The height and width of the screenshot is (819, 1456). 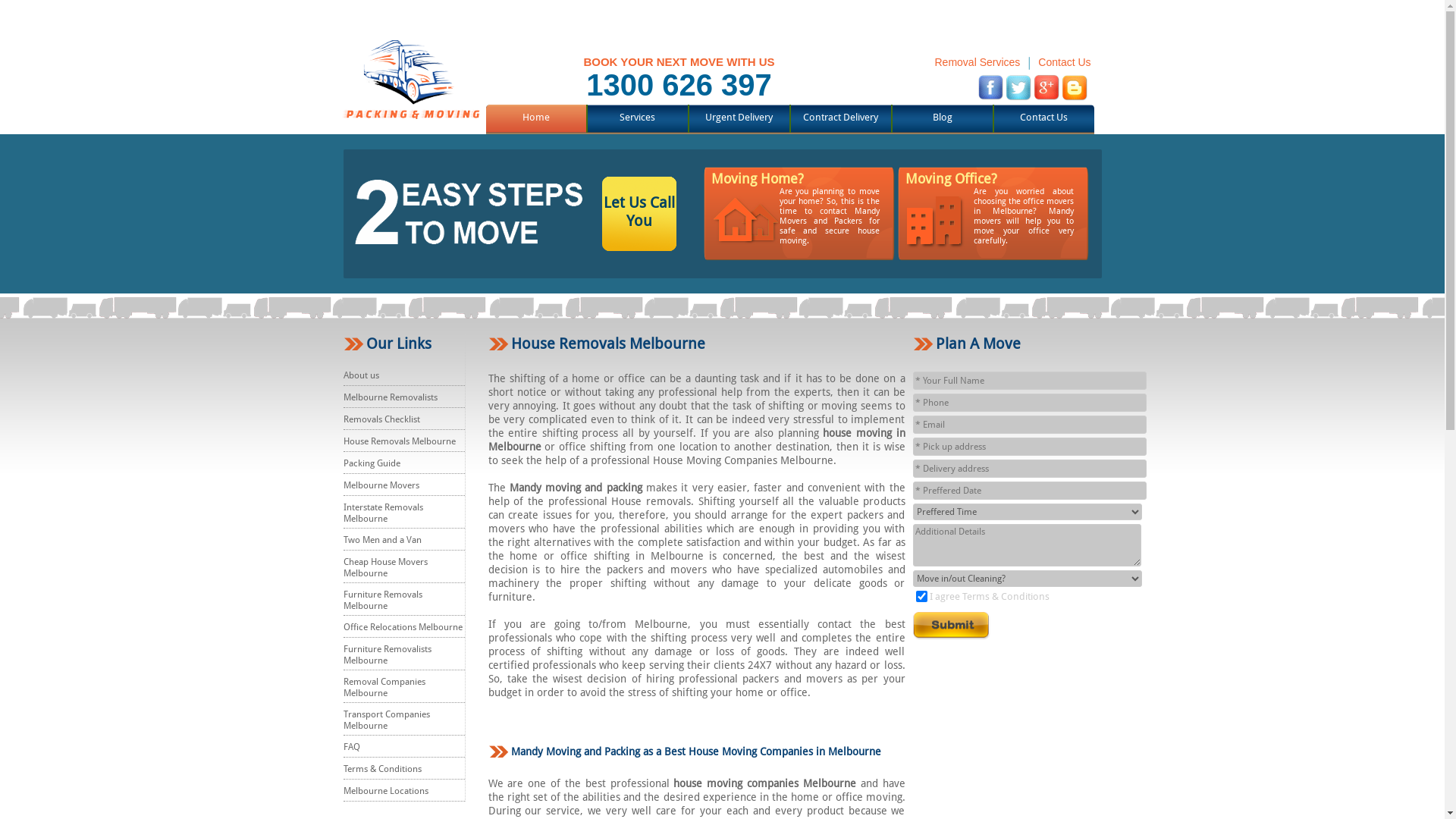 I want to click on '1300 626 397', so click(x=678, y=84).